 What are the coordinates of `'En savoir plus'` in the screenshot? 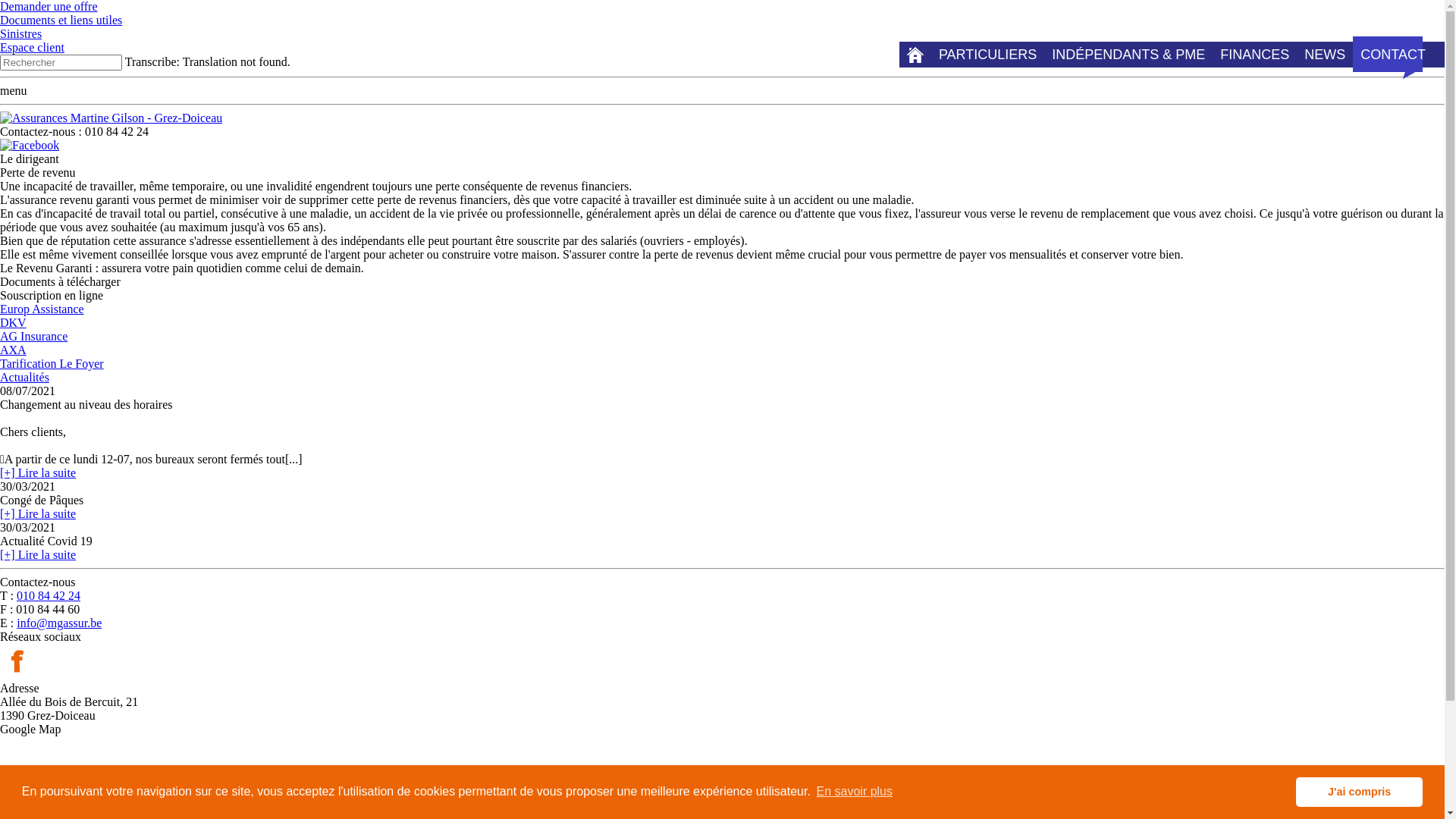 It's located at (854, 791).